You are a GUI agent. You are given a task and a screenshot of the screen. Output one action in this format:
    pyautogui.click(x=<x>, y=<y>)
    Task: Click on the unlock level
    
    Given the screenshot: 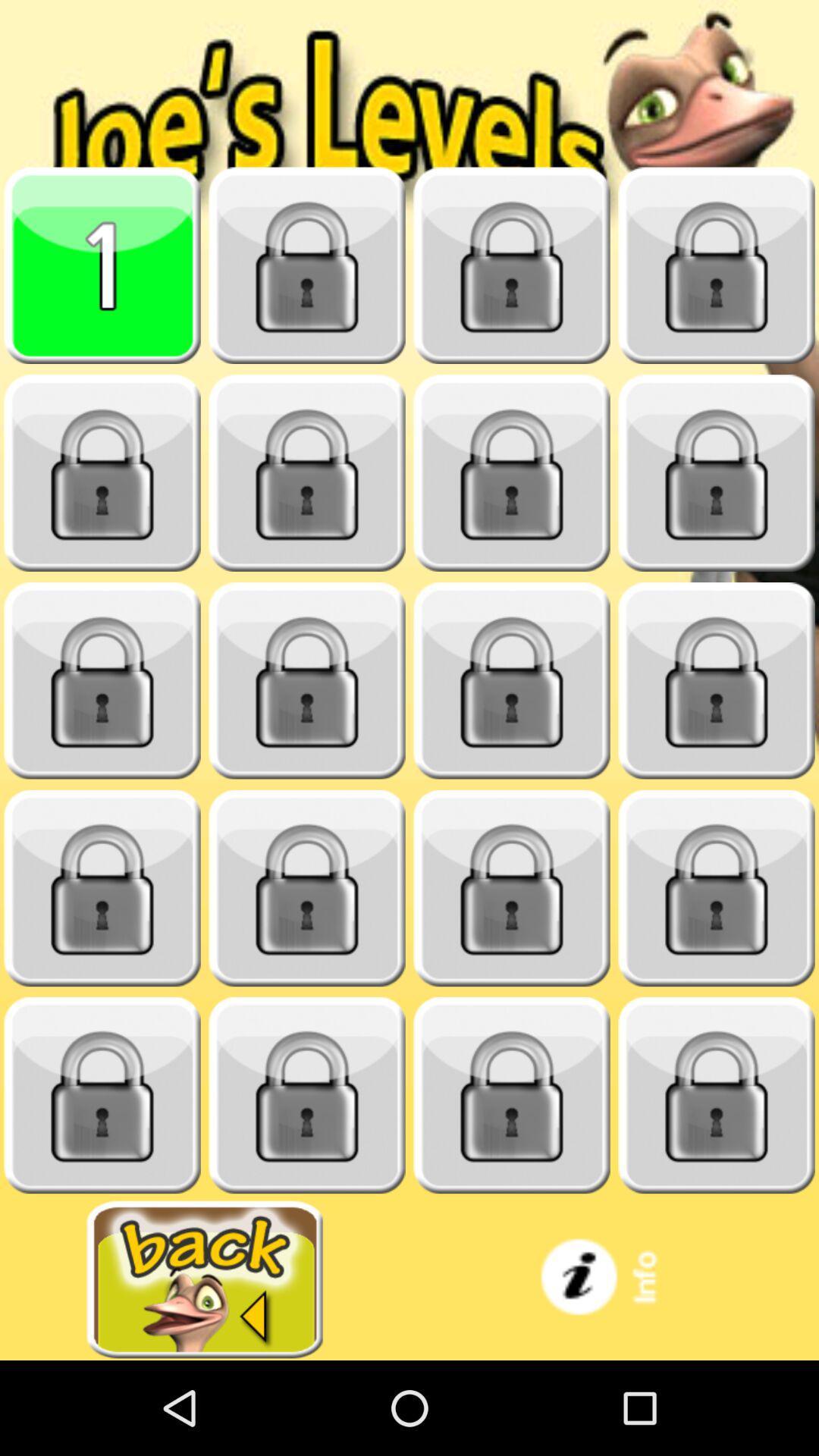 What is the action you would take?
    pyautogui.click(x=307, y=472)
    